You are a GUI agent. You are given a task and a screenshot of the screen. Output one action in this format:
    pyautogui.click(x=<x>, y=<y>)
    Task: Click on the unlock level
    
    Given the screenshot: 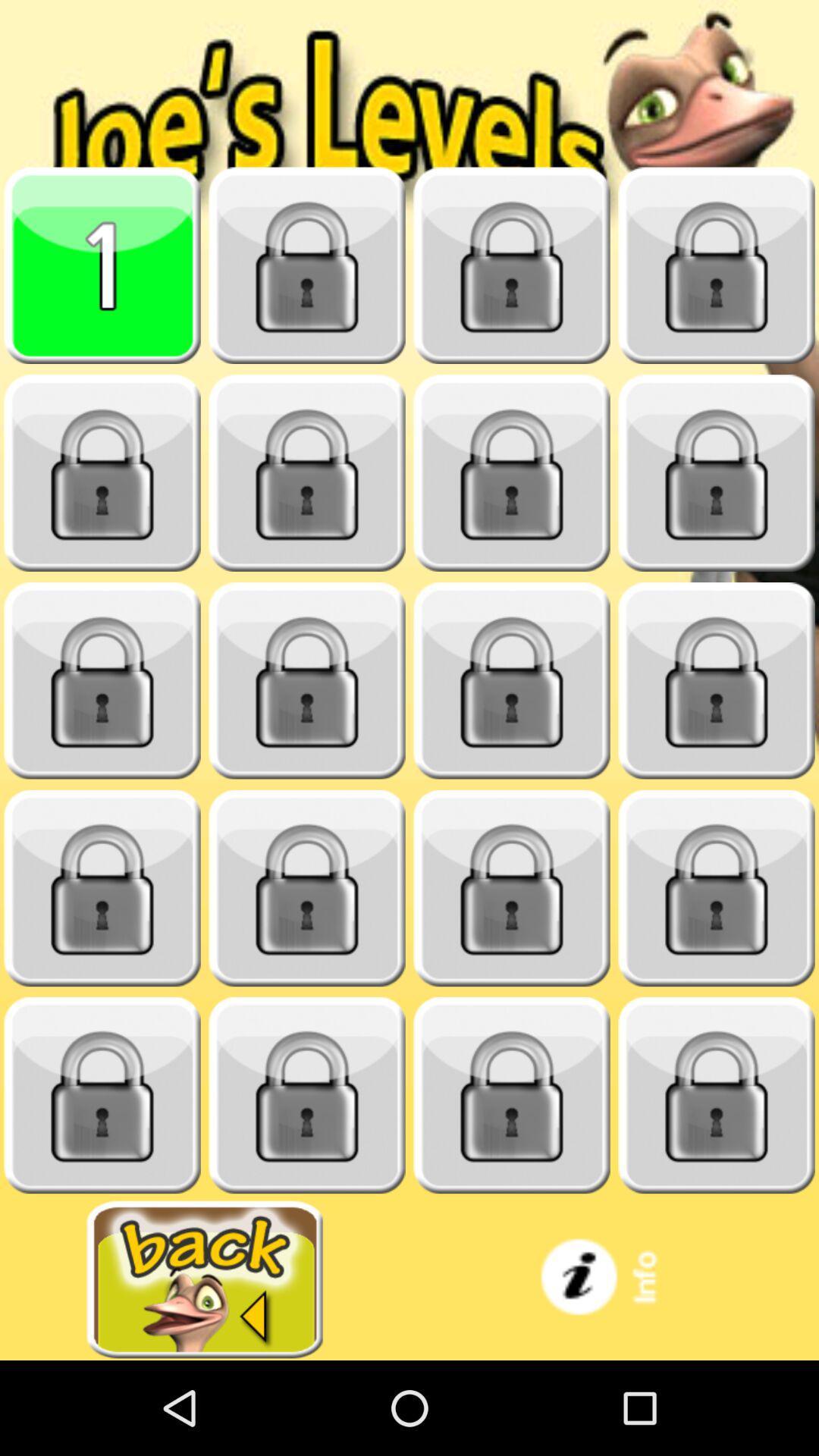 What is the action you would take?
    pyautogui.click(x=307, y=472)
    